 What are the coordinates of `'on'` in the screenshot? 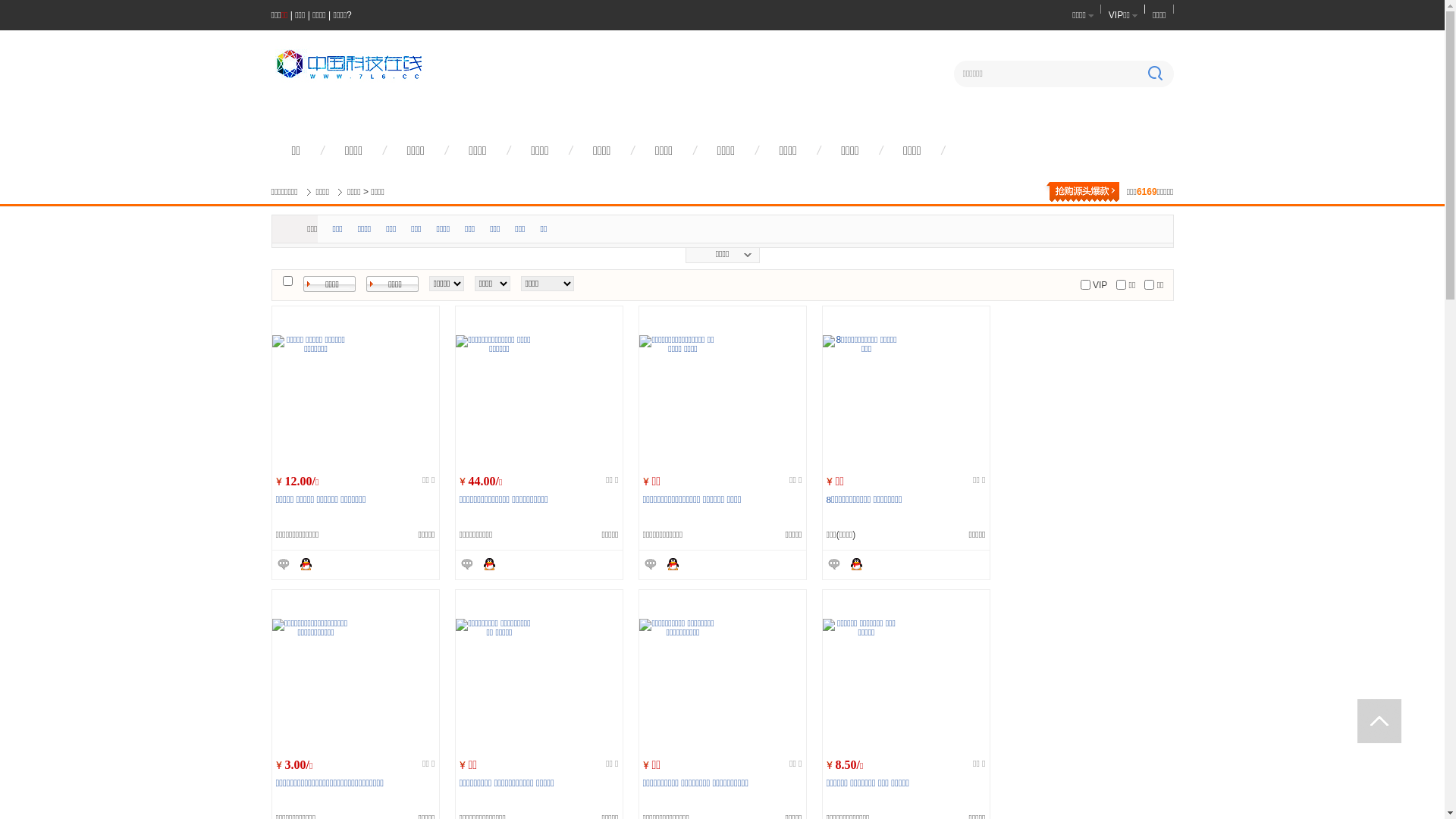 It's located at (1084, 284).